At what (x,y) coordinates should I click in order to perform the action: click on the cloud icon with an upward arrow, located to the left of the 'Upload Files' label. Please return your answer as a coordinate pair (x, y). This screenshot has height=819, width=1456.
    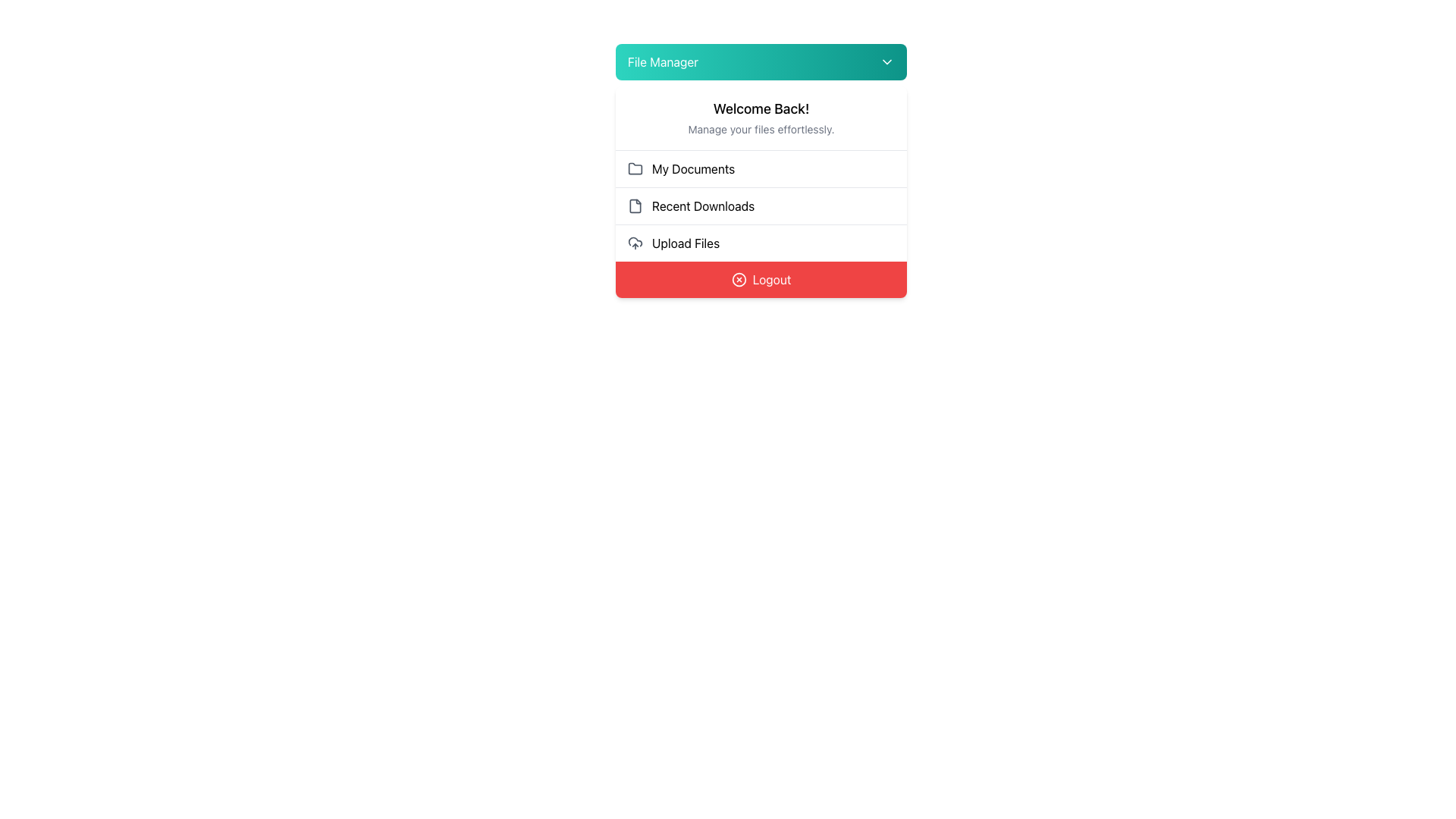
    Looking at the image, I should click on (635, 242).